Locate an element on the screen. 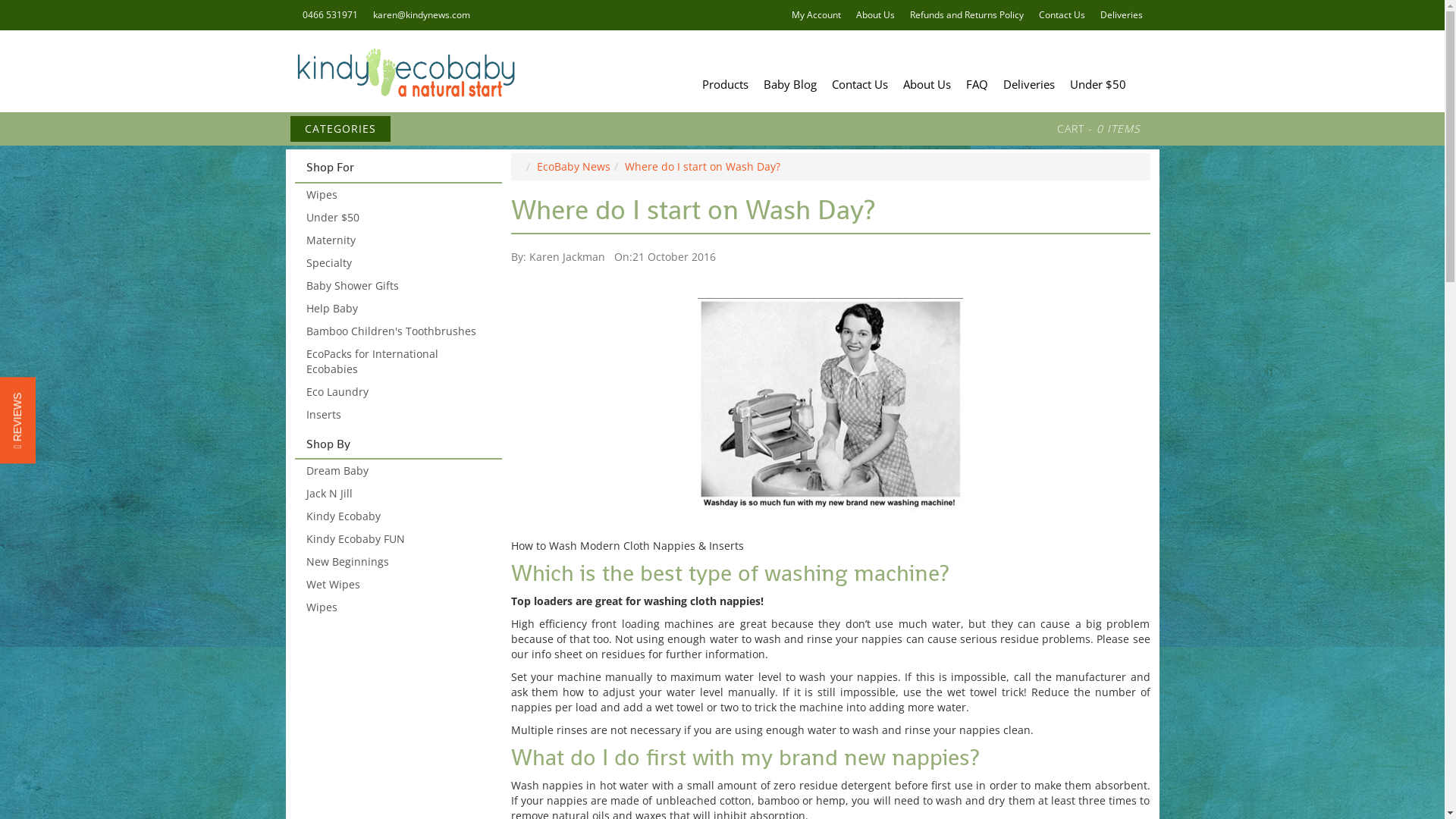  'CART - 0 ITEMS' is located at coordinates (1098, 127).